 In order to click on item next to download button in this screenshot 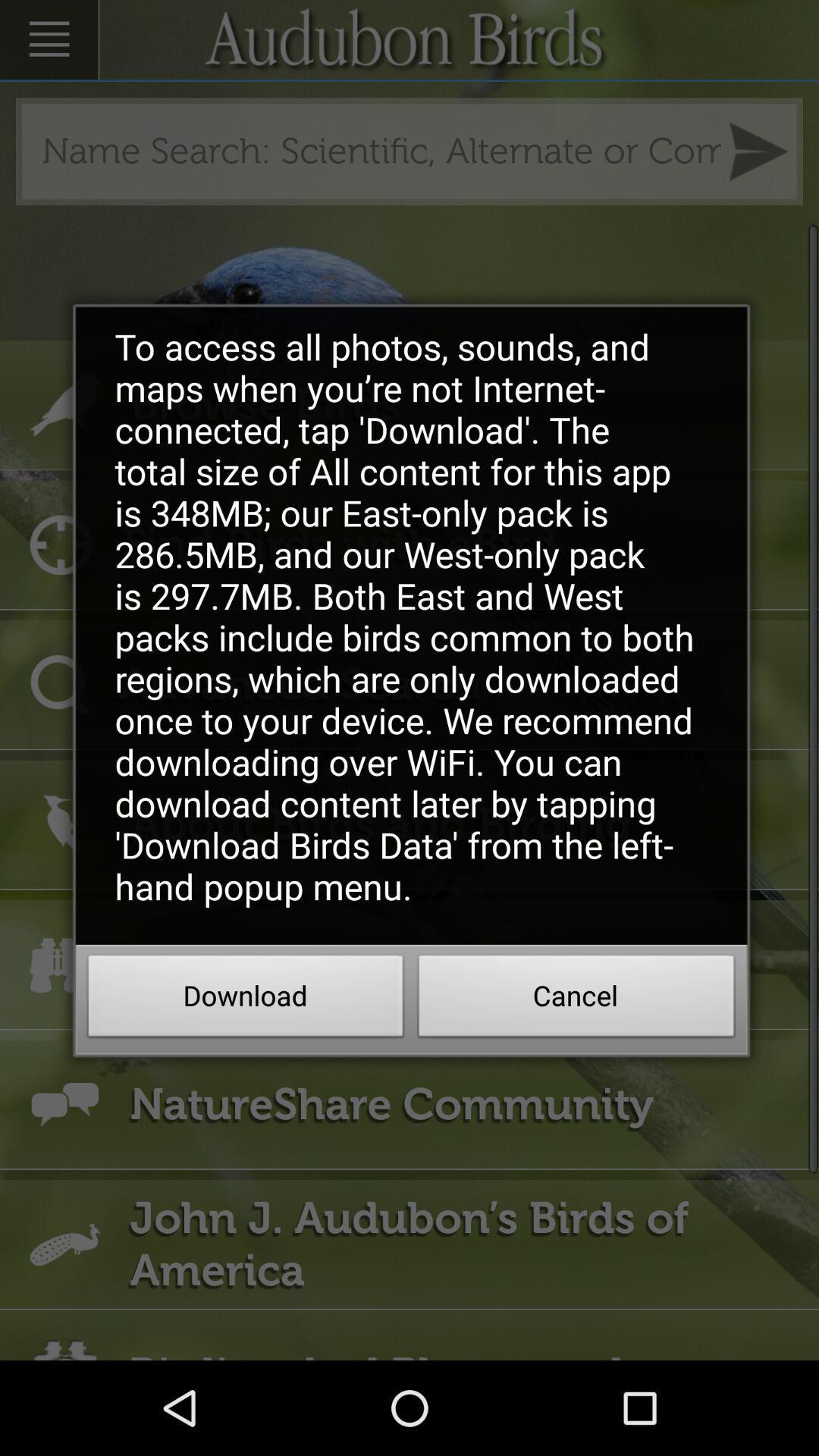, I will do `click(576, 1000)`.